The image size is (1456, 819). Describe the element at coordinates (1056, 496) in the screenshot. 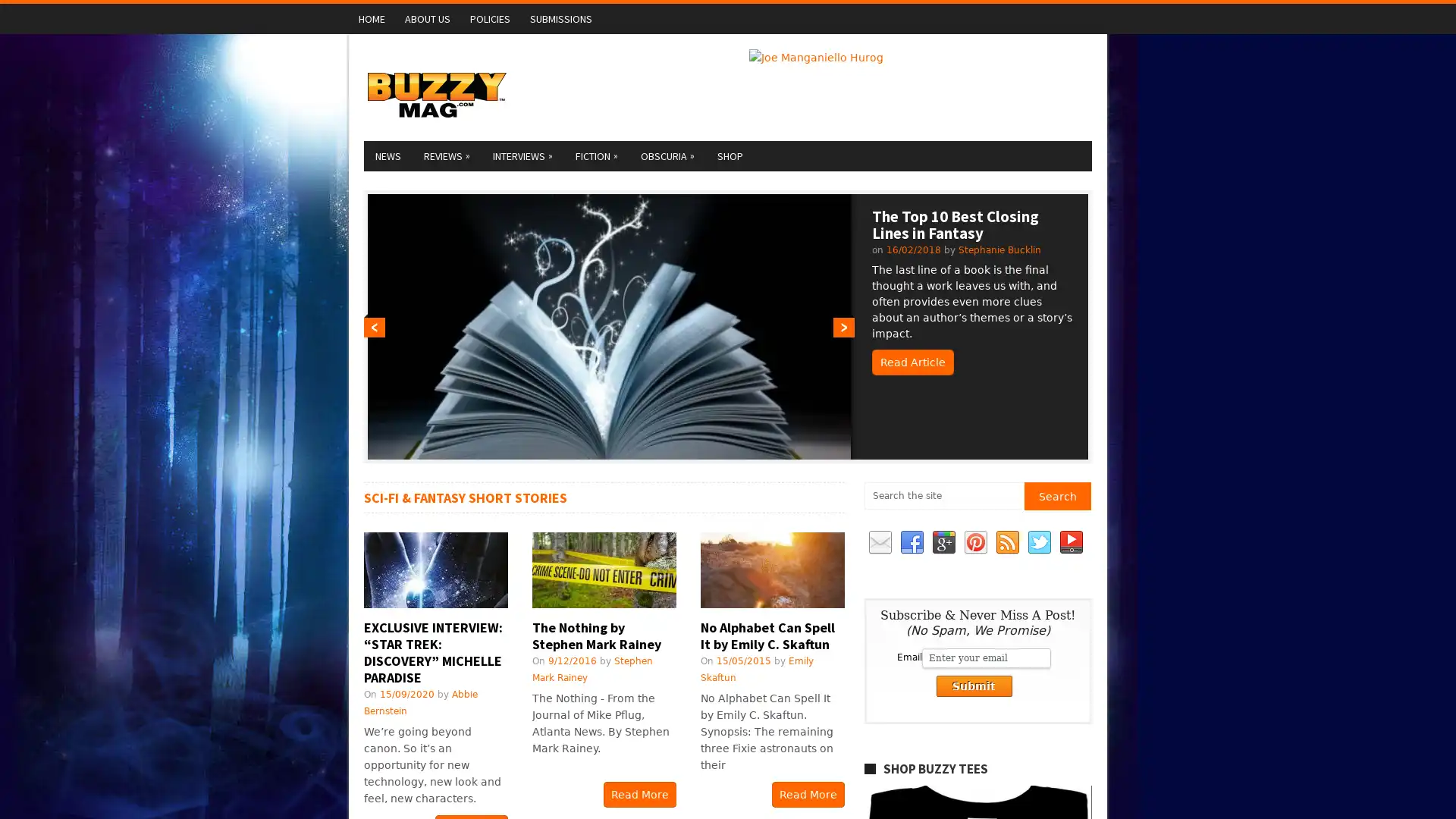

I see `Search` at that location.